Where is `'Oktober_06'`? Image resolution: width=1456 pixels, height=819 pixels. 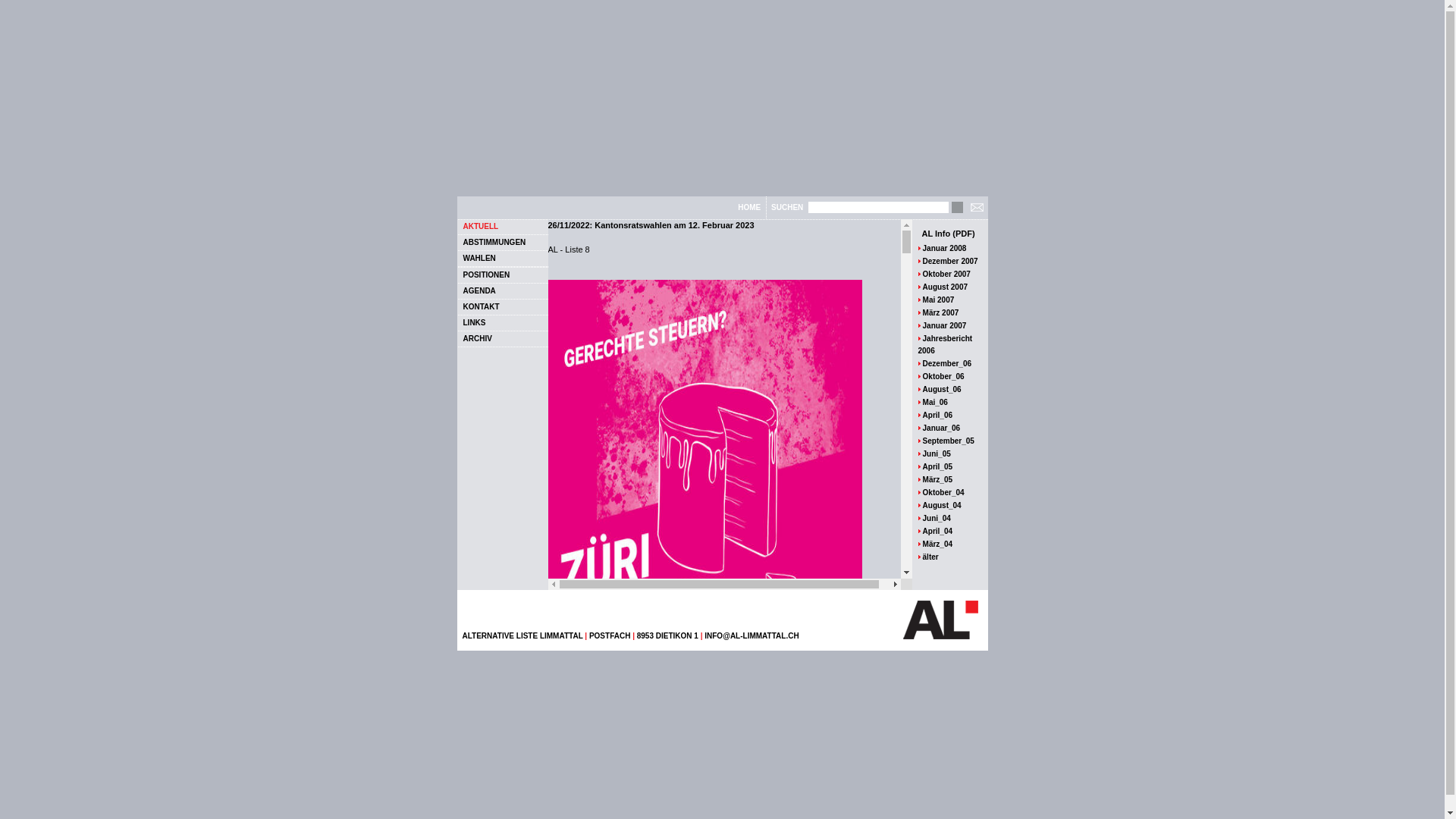 'Oktober_06' is located at coordinates (943, 375).